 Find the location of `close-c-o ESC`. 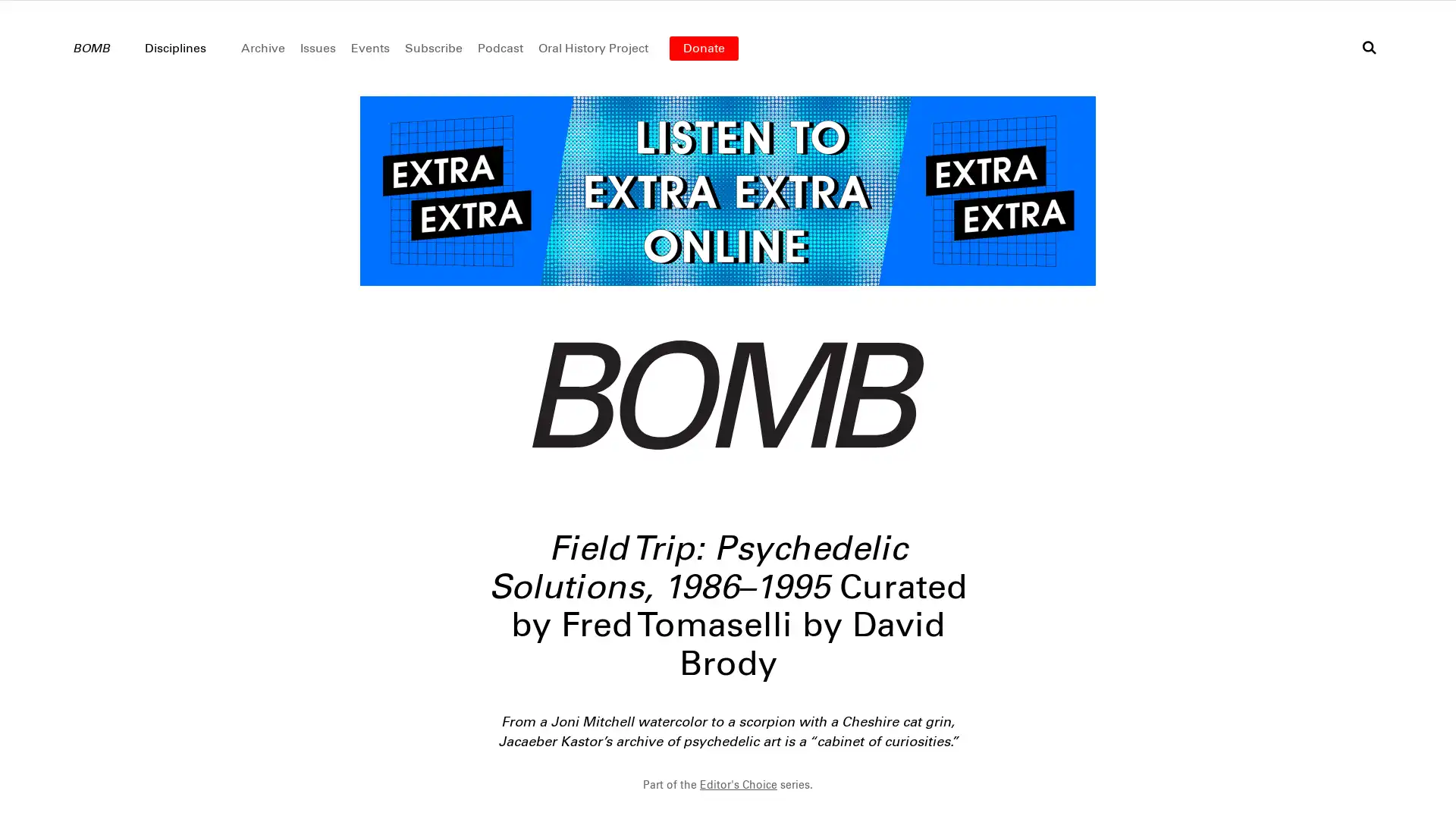

close-c-o ESC is located at coordinates (1410, 782).